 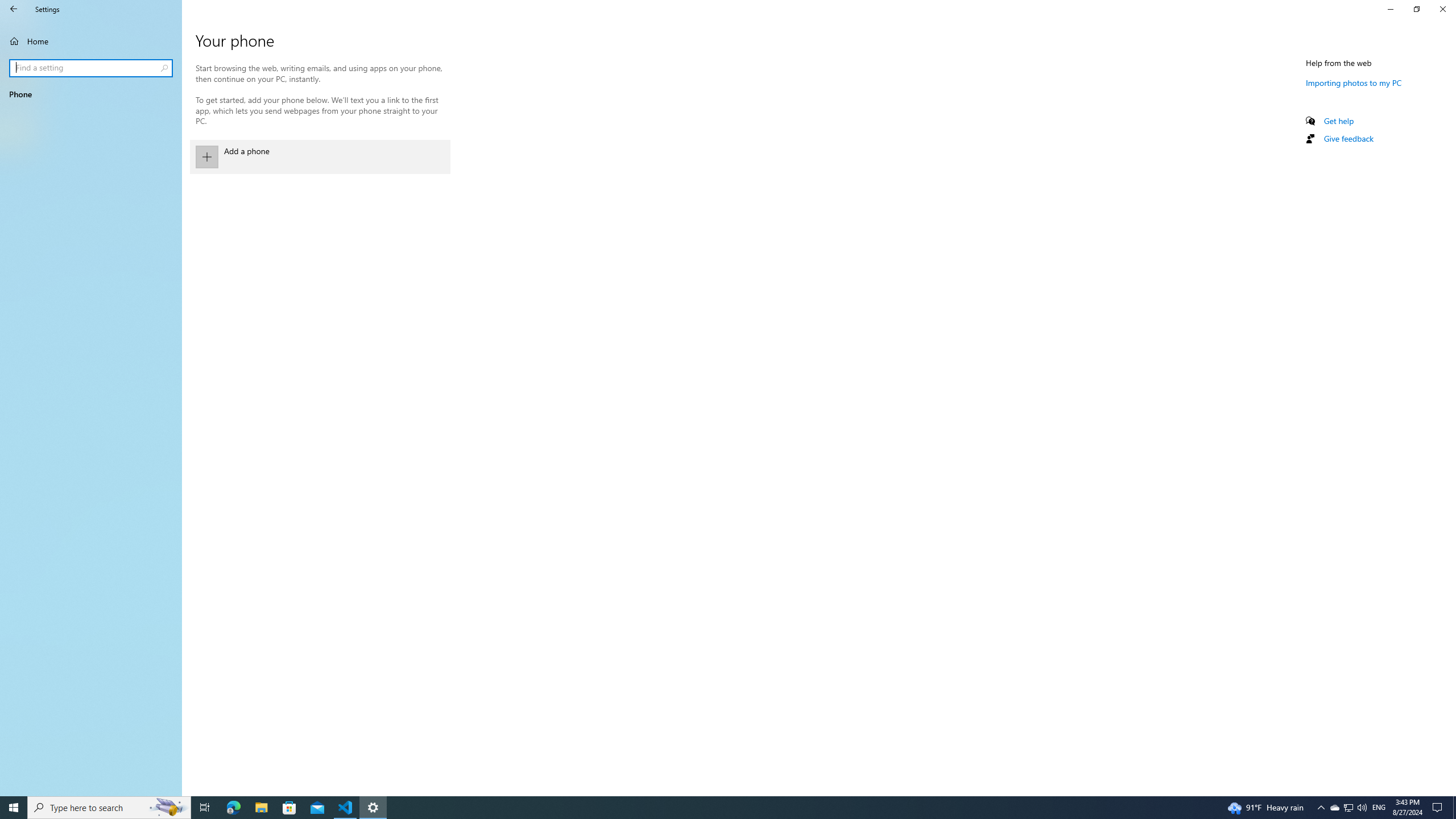 What do you see at coordinates (90, 41) in the screenshot?
I see `'Home'` at bounding box center [90, 41].